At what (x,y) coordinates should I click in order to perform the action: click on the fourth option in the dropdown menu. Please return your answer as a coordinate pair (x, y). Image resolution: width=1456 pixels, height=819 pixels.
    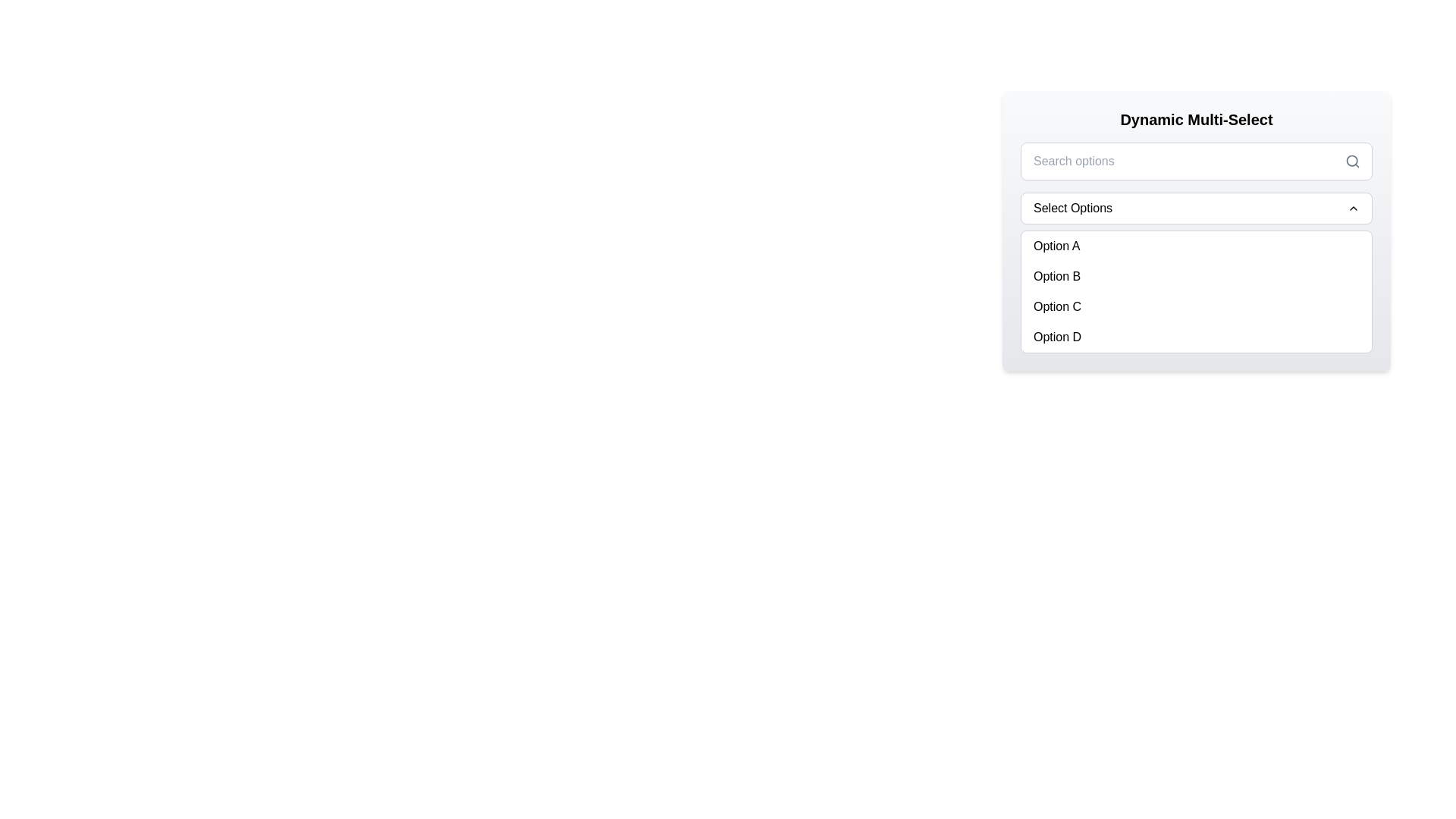
    Looking at the image, I should click on (1056, 336).